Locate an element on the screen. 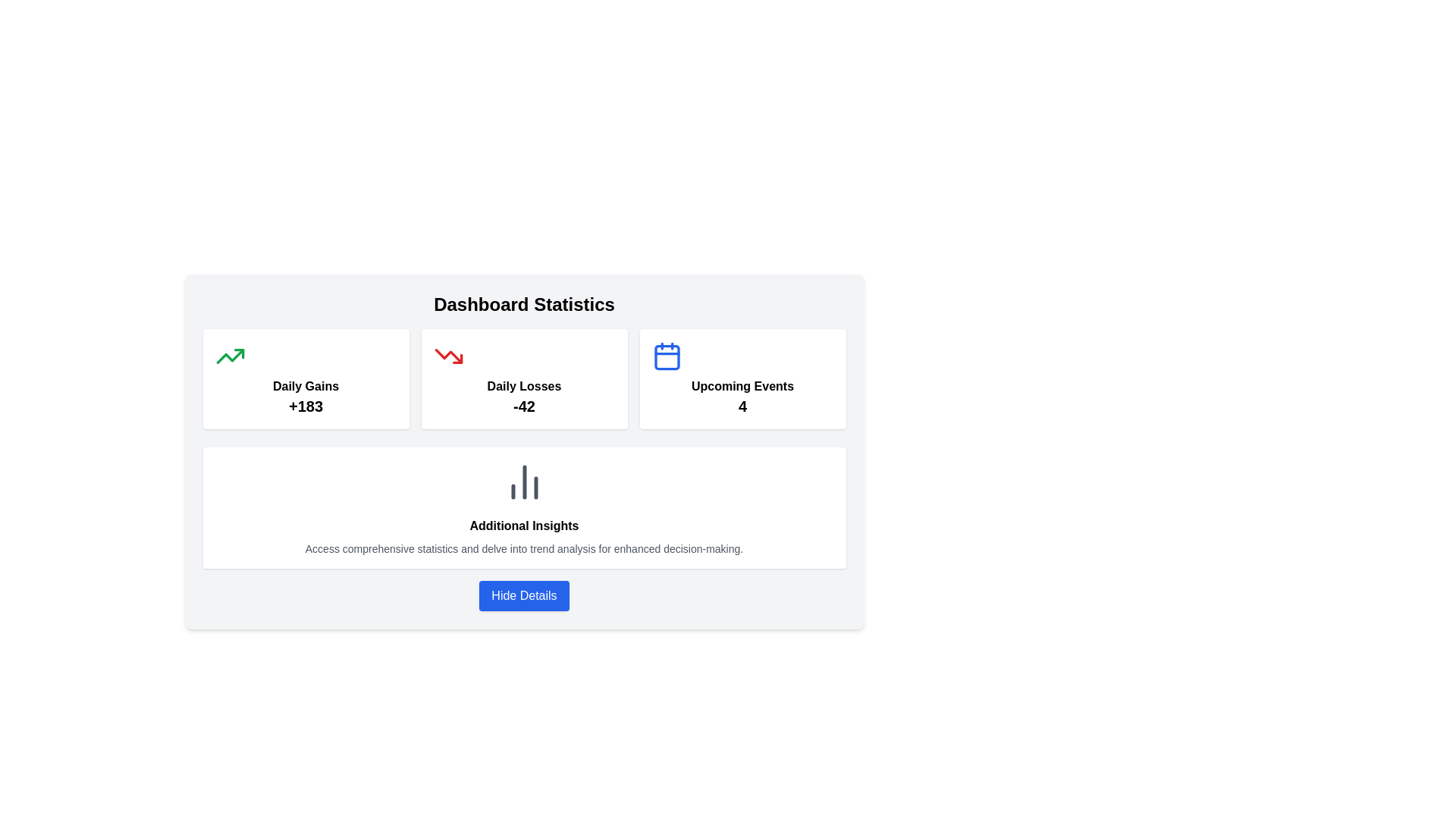 The image size is (1456, 819). the triangular arrow marker within the SVG icon that represents a downward trend in the 'Daily Losses' box on the dashboard is located at coordinates (457, 359).